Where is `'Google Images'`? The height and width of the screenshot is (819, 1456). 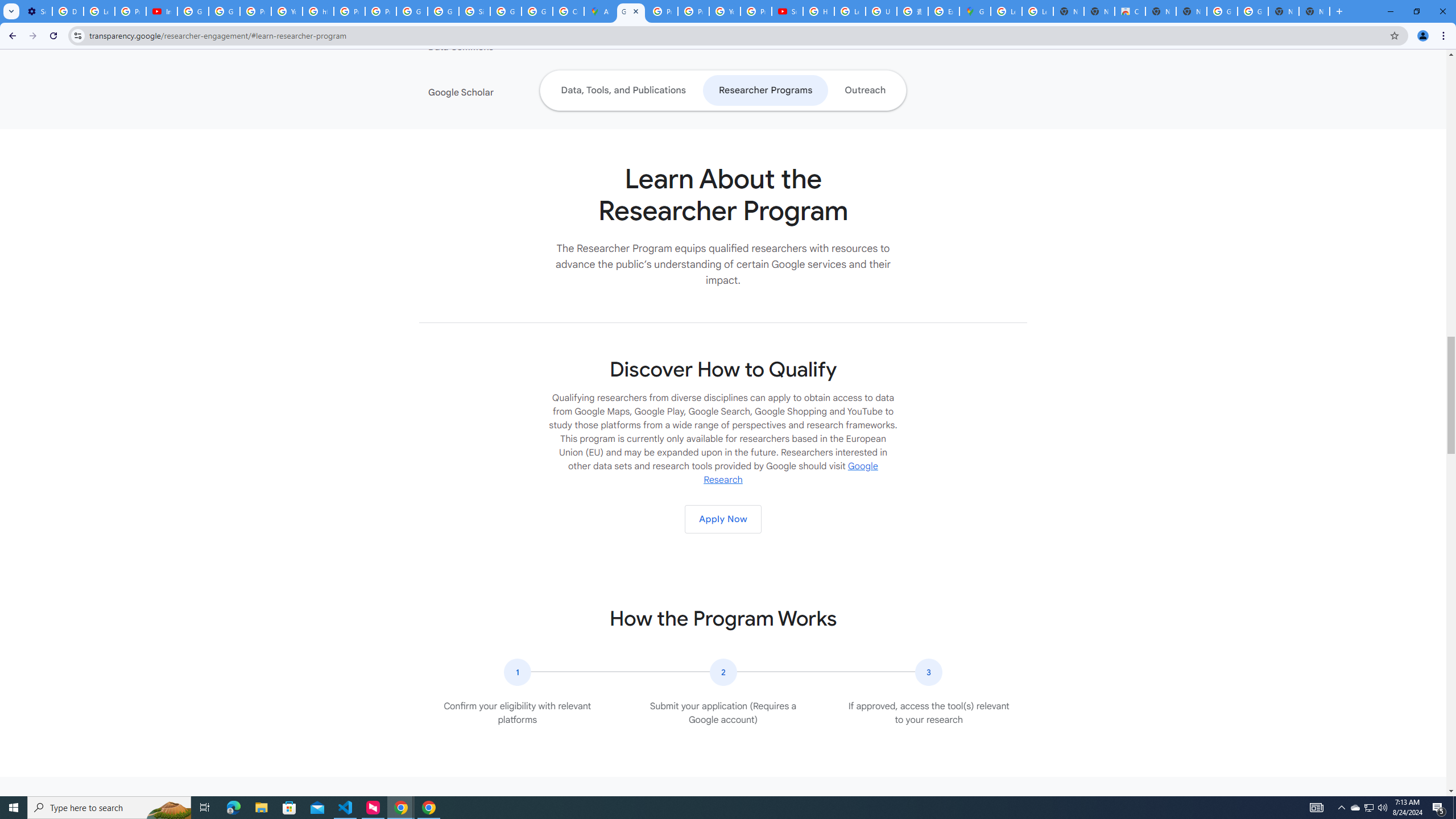 'Google Images' is located at coordinates (1252, 11).